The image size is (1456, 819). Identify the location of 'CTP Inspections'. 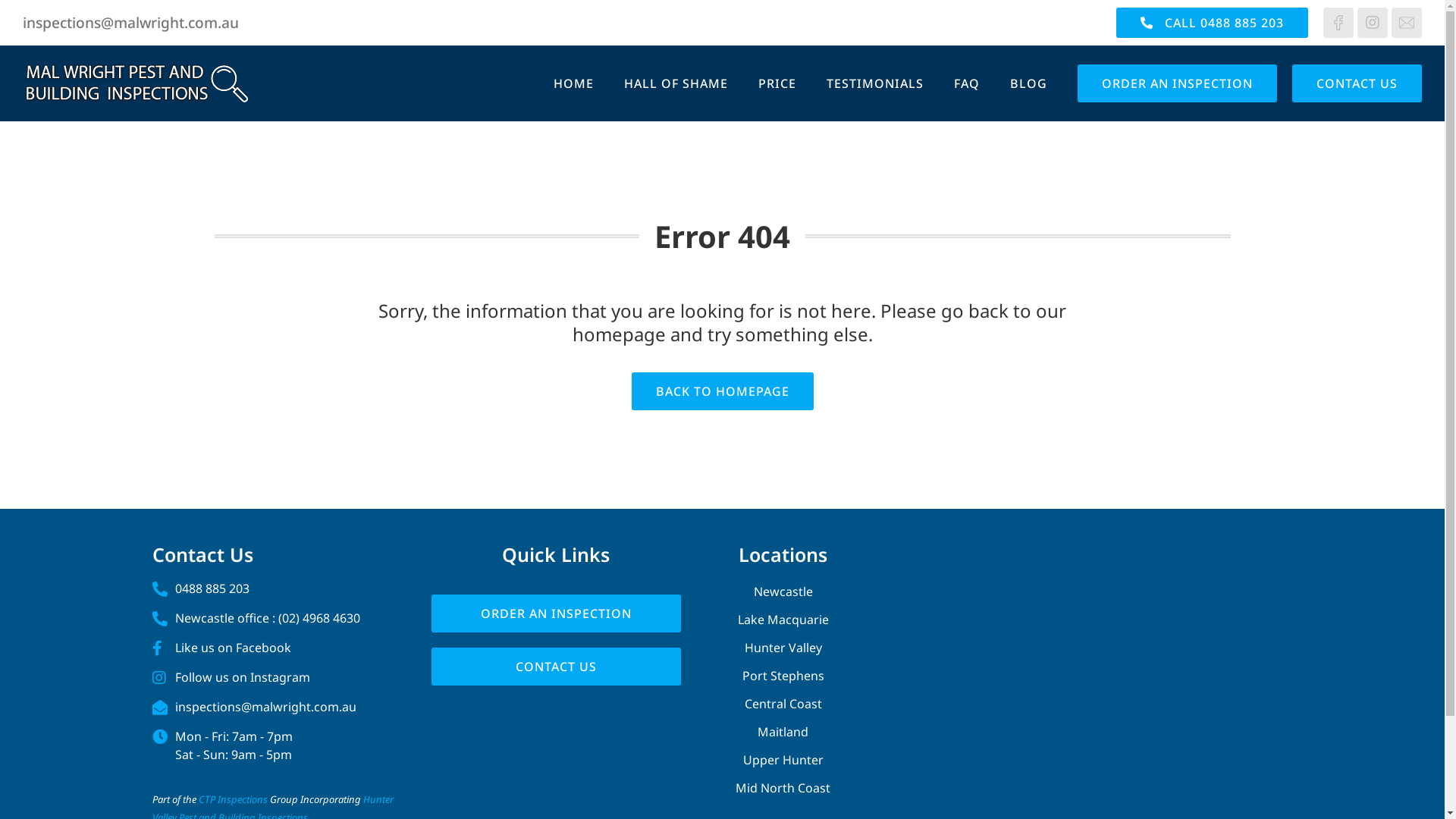
(232, 798).